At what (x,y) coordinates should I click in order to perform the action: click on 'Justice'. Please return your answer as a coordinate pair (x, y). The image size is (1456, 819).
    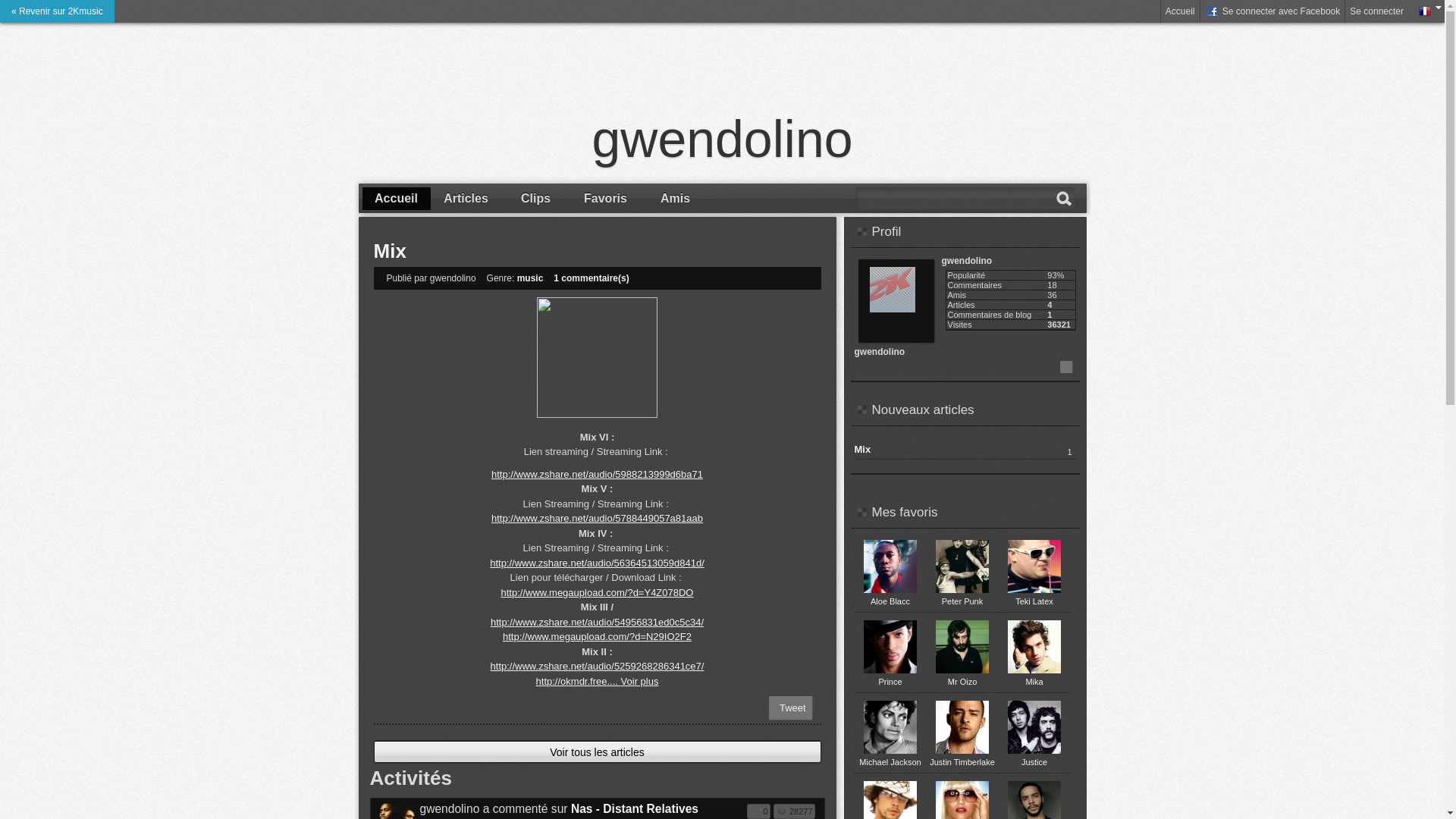
    Looking at the image, I should click on (1033, 762).